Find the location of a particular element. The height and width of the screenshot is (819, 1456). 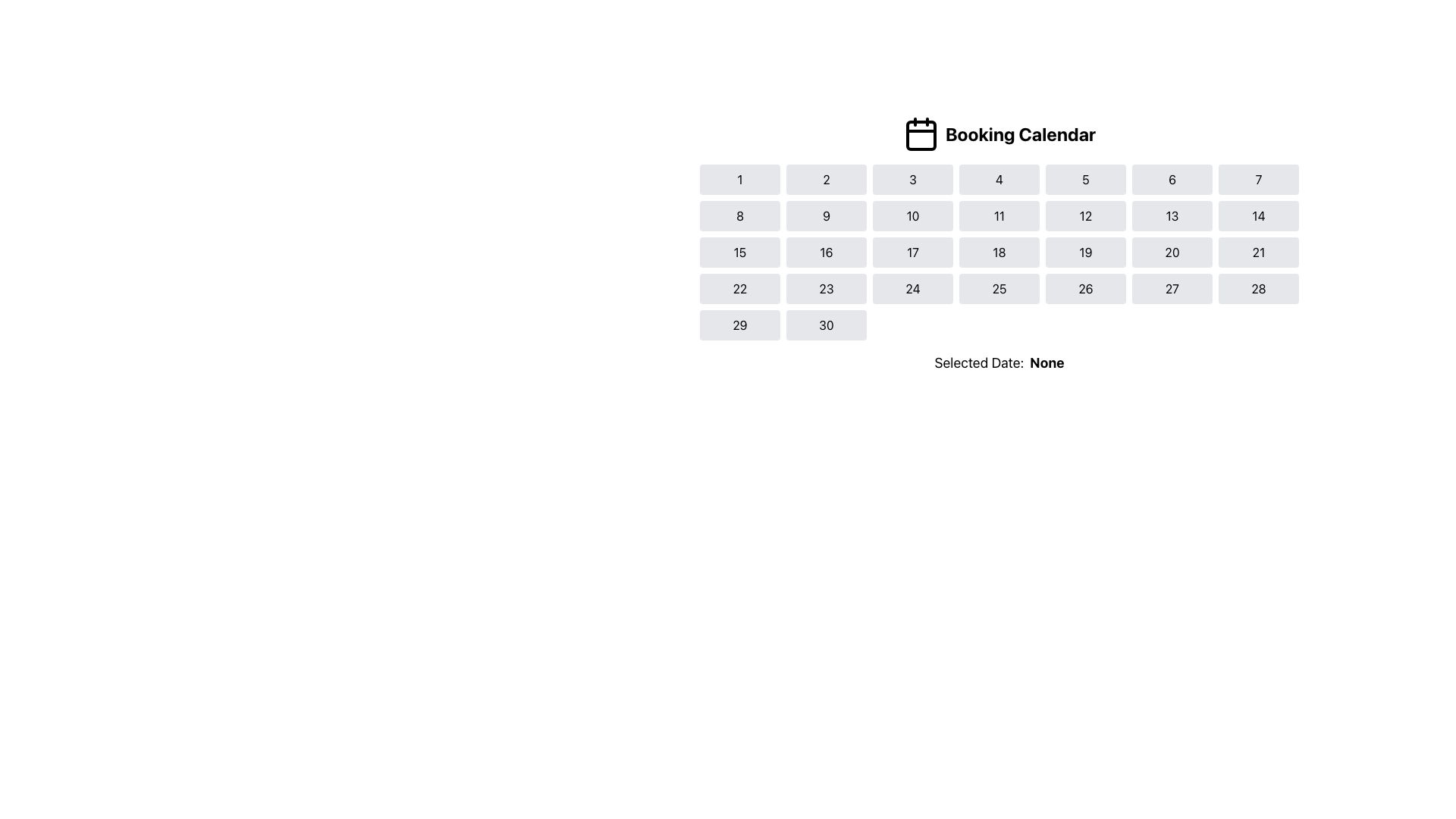

the button displaying the number '4' in bold black text, located within the 'Booking Calendar' grid layout is located at coordinates (999, 178).